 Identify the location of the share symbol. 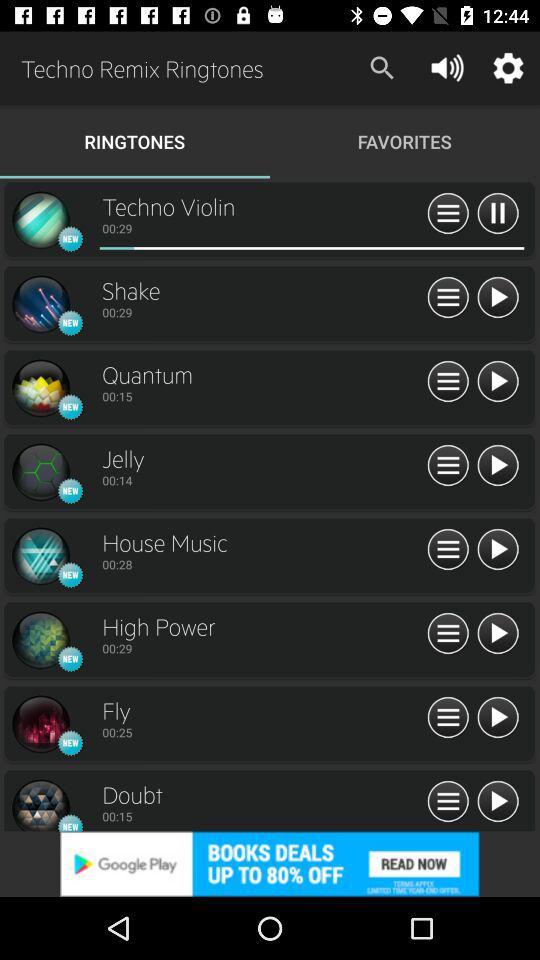
(448, 381).